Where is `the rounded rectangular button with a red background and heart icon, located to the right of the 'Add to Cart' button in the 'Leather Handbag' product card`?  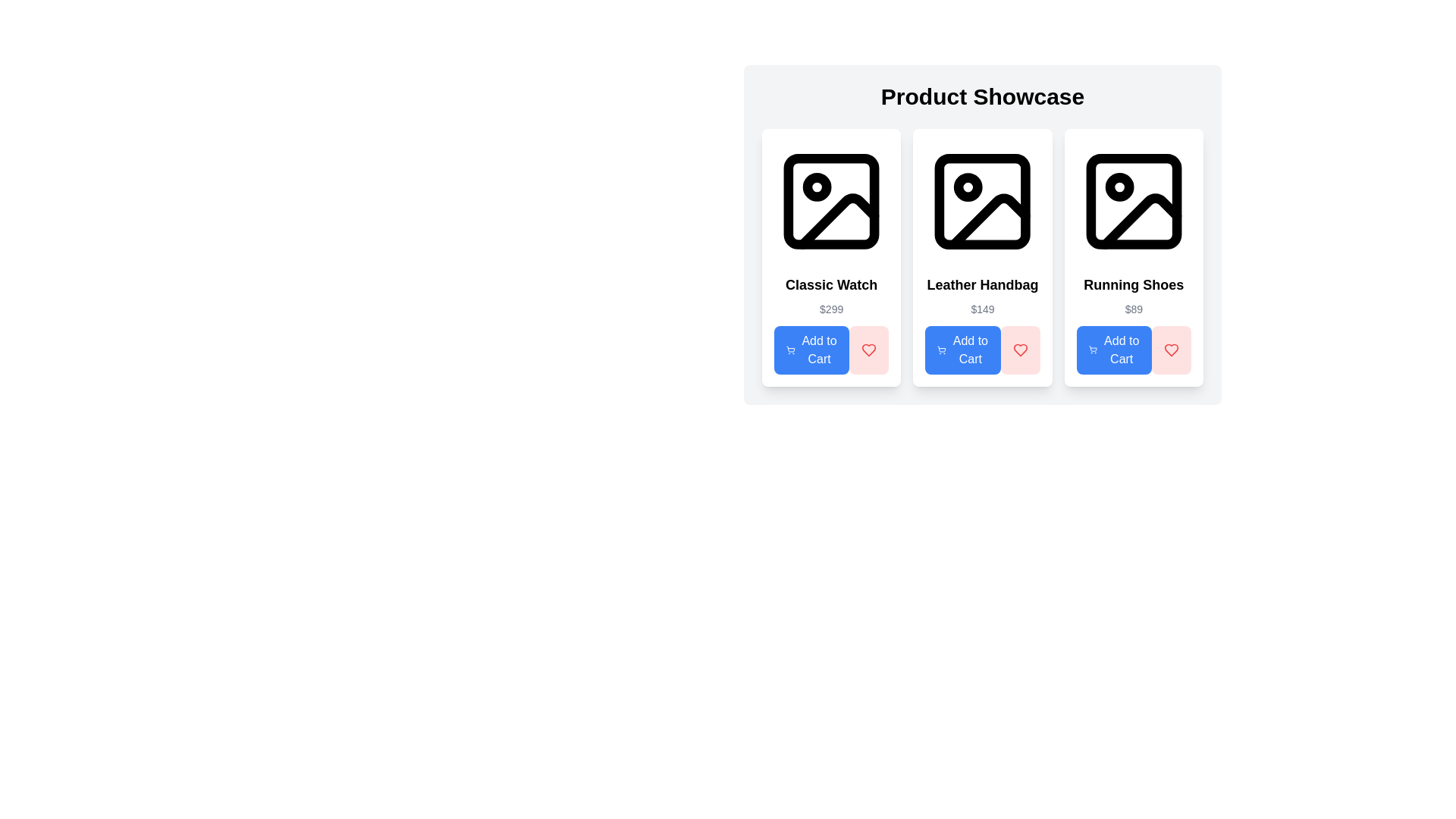 the rounded rectangular button with a red background and heart icon, located to the right of the 'Add to Cart' button in the 'Leather Handbag' product card is located at coordinates (1020, 350).